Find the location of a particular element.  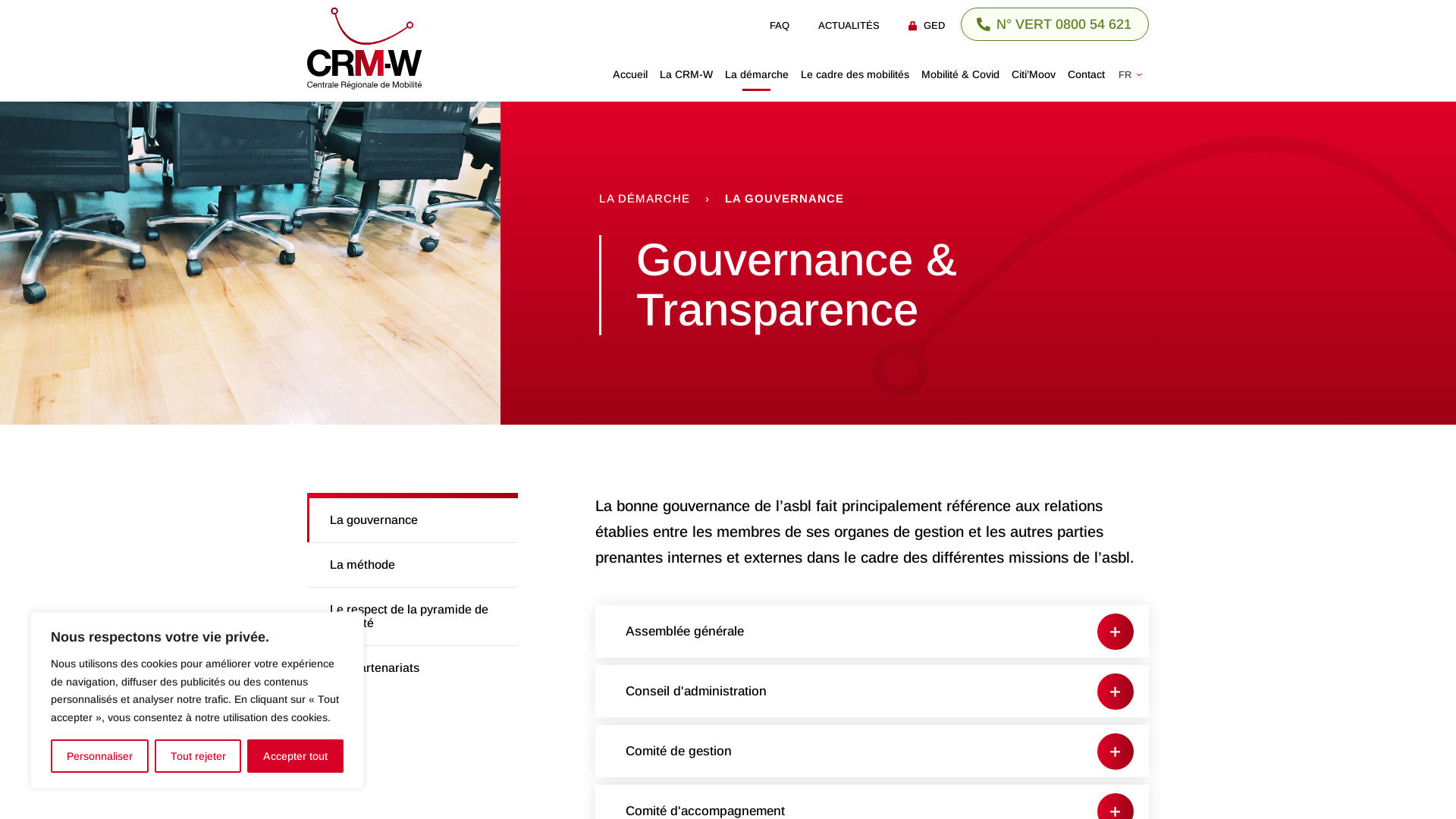

'Contact' is located at coordinates (1066, 74).